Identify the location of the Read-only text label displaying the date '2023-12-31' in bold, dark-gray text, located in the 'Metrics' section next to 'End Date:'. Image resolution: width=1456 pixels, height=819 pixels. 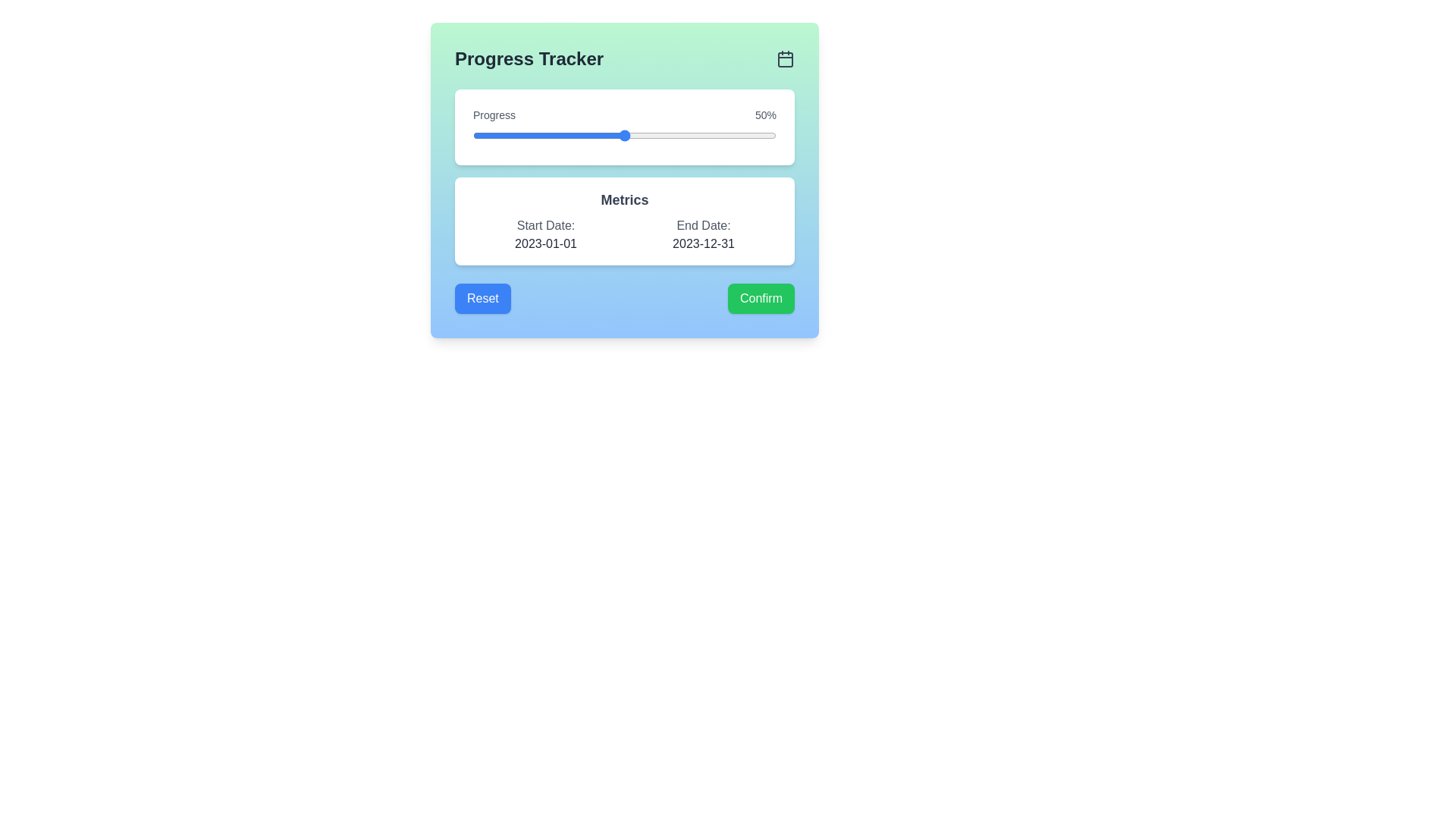
(702, 243).